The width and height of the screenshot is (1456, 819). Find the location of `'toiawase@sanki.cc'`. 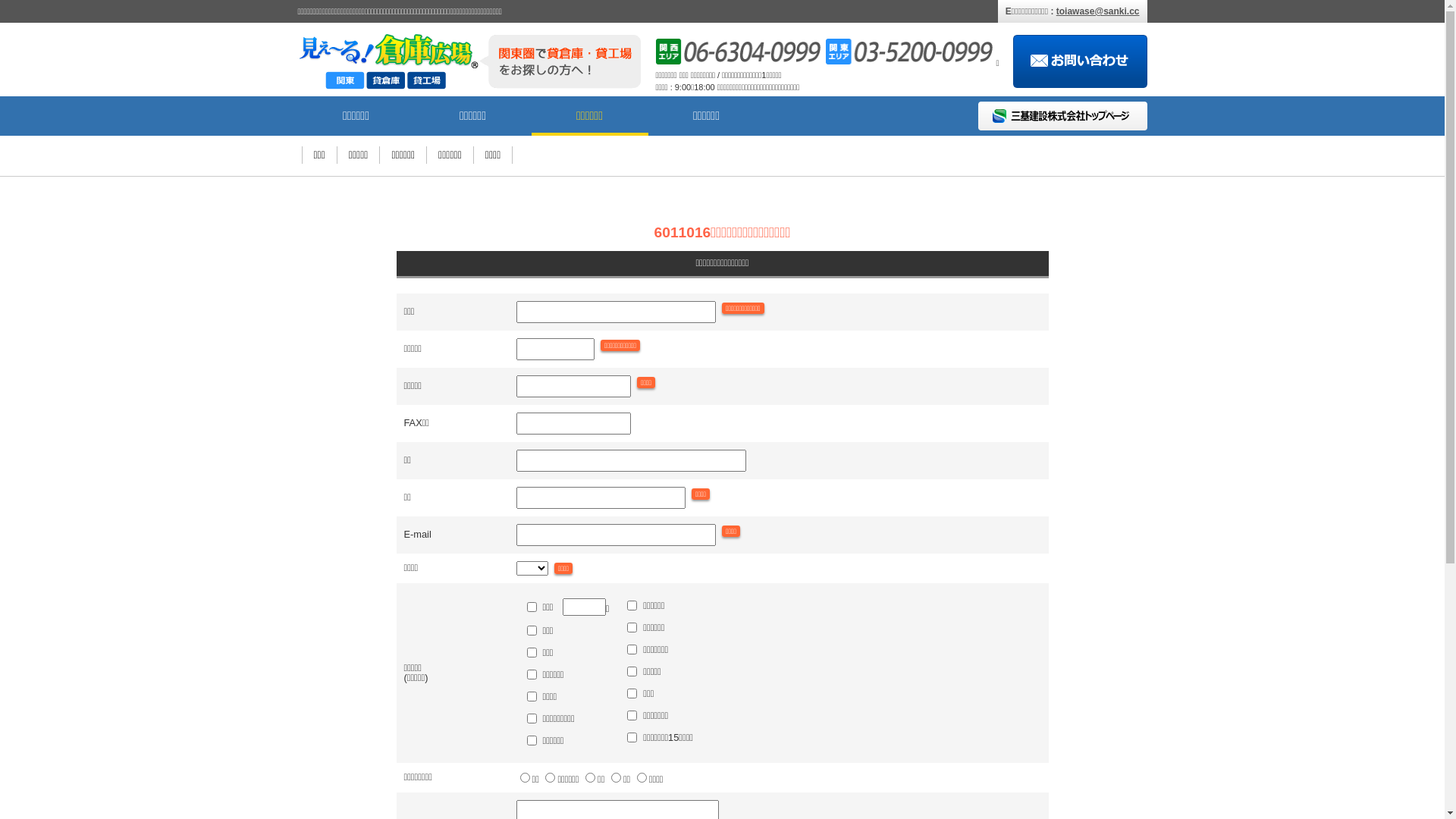

'toiawase@sanki.cc' is located at coordinates (1098, 11).